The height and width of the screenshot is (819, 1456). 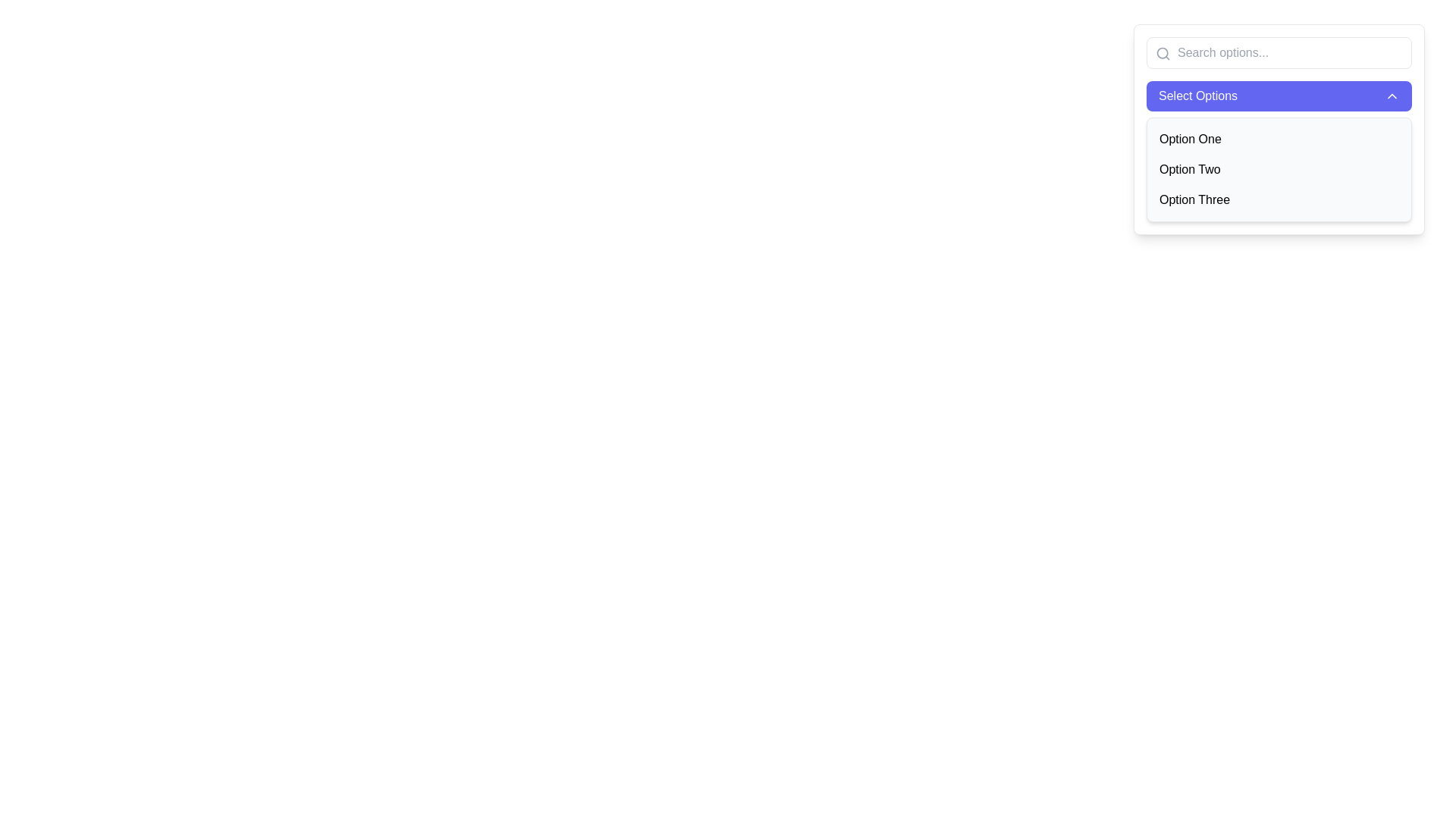 I want to click on the third selectable option in the dropdown menu labeled 'Option Three', so click(x=1278, y=199).